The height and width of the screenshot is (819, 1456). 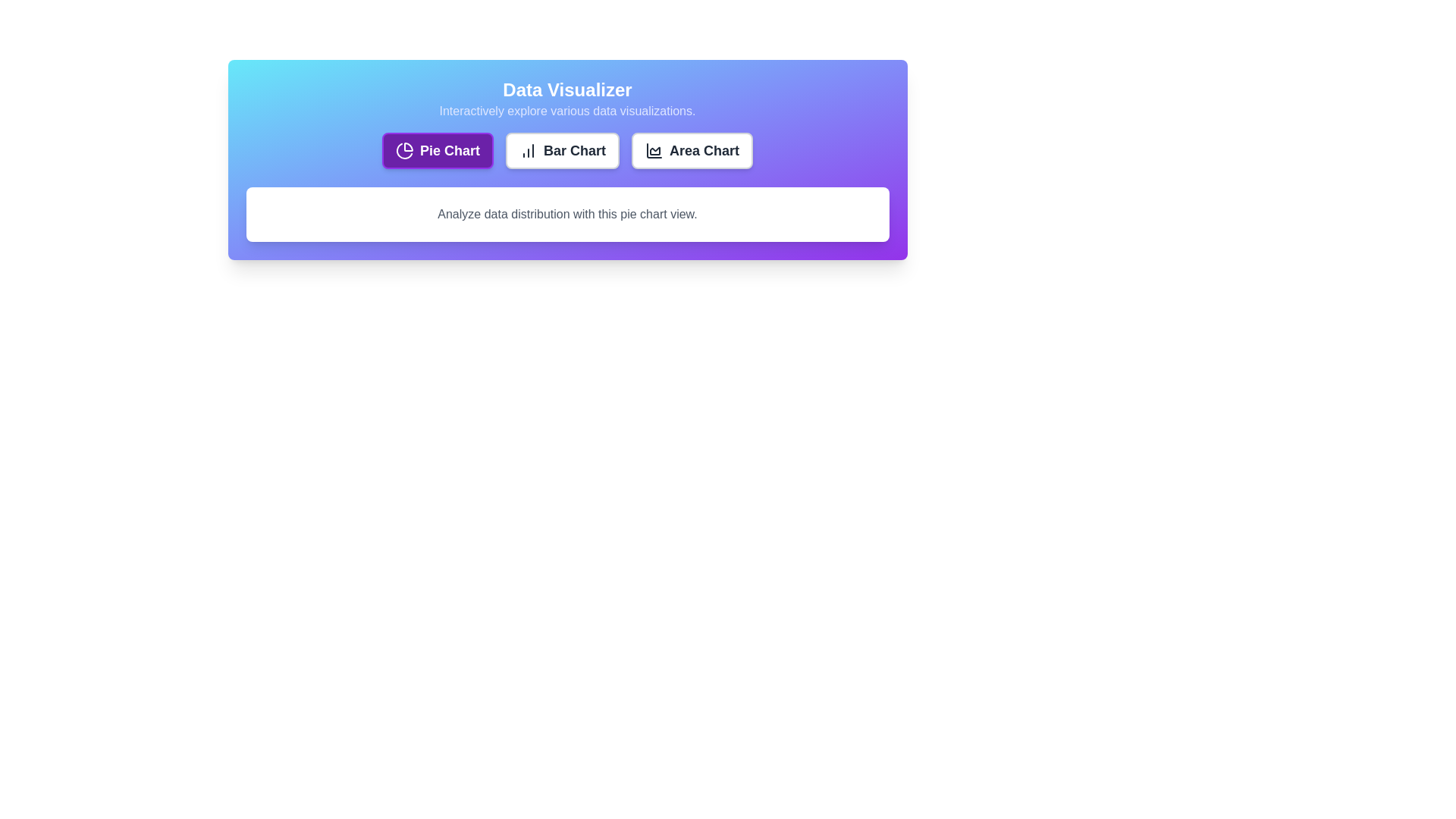 What do you see at coordinates (437, 151) in the screenshot?
I see `the Pie Chart tab in the DataVisualizerTabs component` at bounding box center [437, 151].